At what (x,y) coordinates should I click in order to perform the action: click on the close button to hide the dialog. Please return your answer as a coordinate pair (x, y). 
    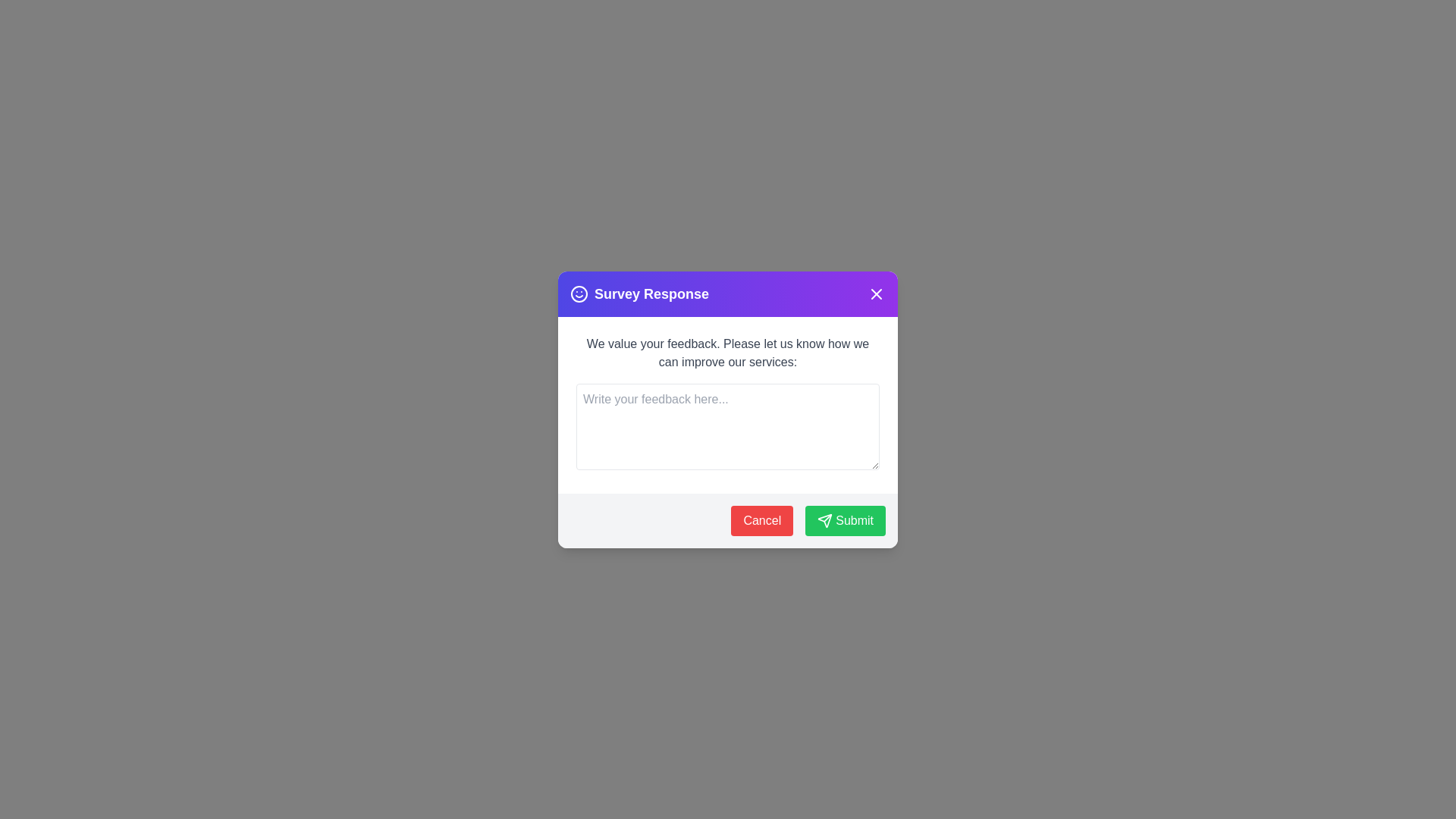
    Looking at the image, I should click on (877, 293).